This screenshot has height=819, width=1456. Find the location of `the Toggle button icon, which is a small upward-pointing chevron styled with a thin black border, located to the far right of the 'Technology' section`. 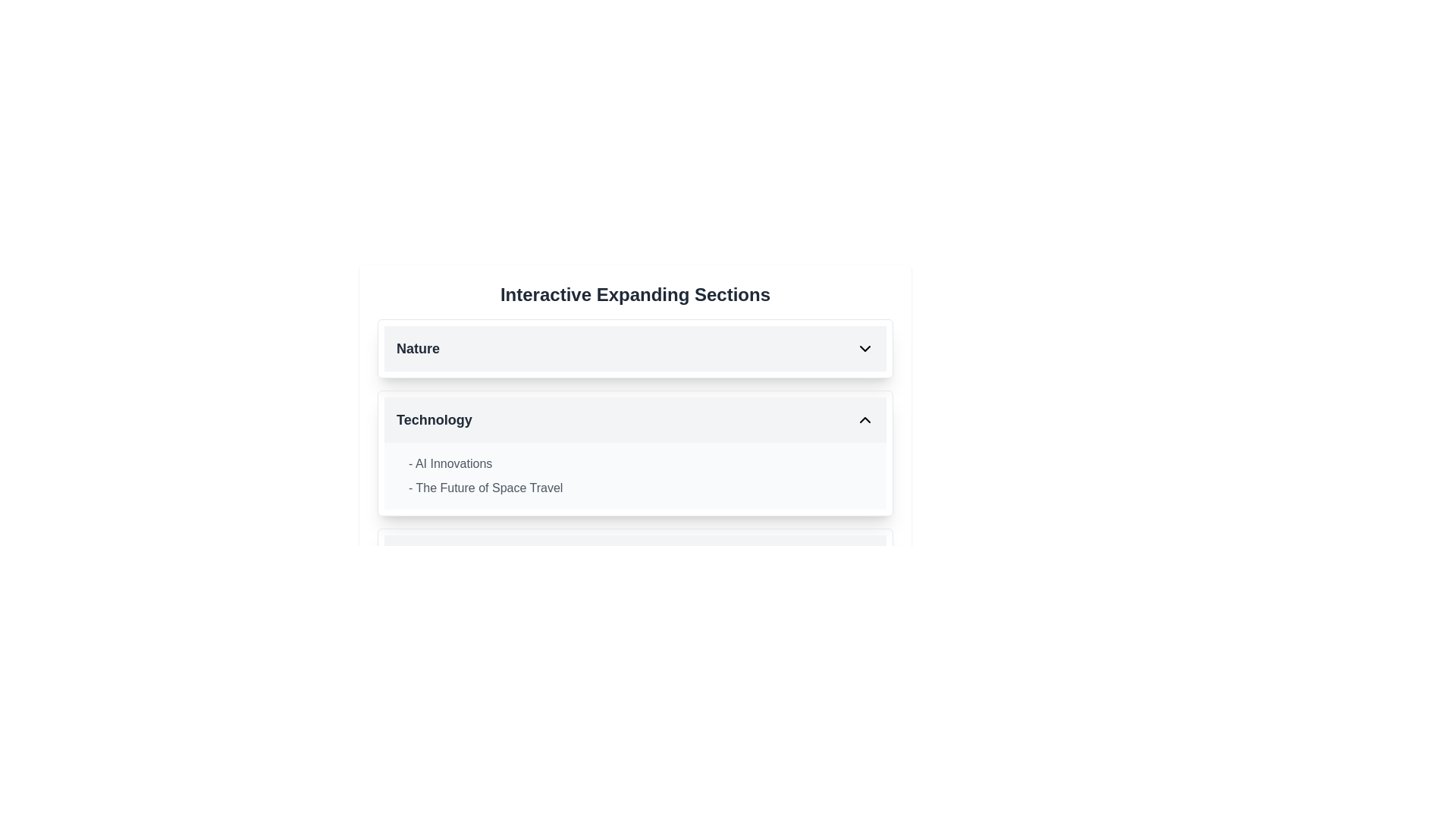

the Toggle button icon, which is a small upward-pointing chevron styled with a thin black border, located to the far right of the 'Technology' section is located at coordinates (865, 420).